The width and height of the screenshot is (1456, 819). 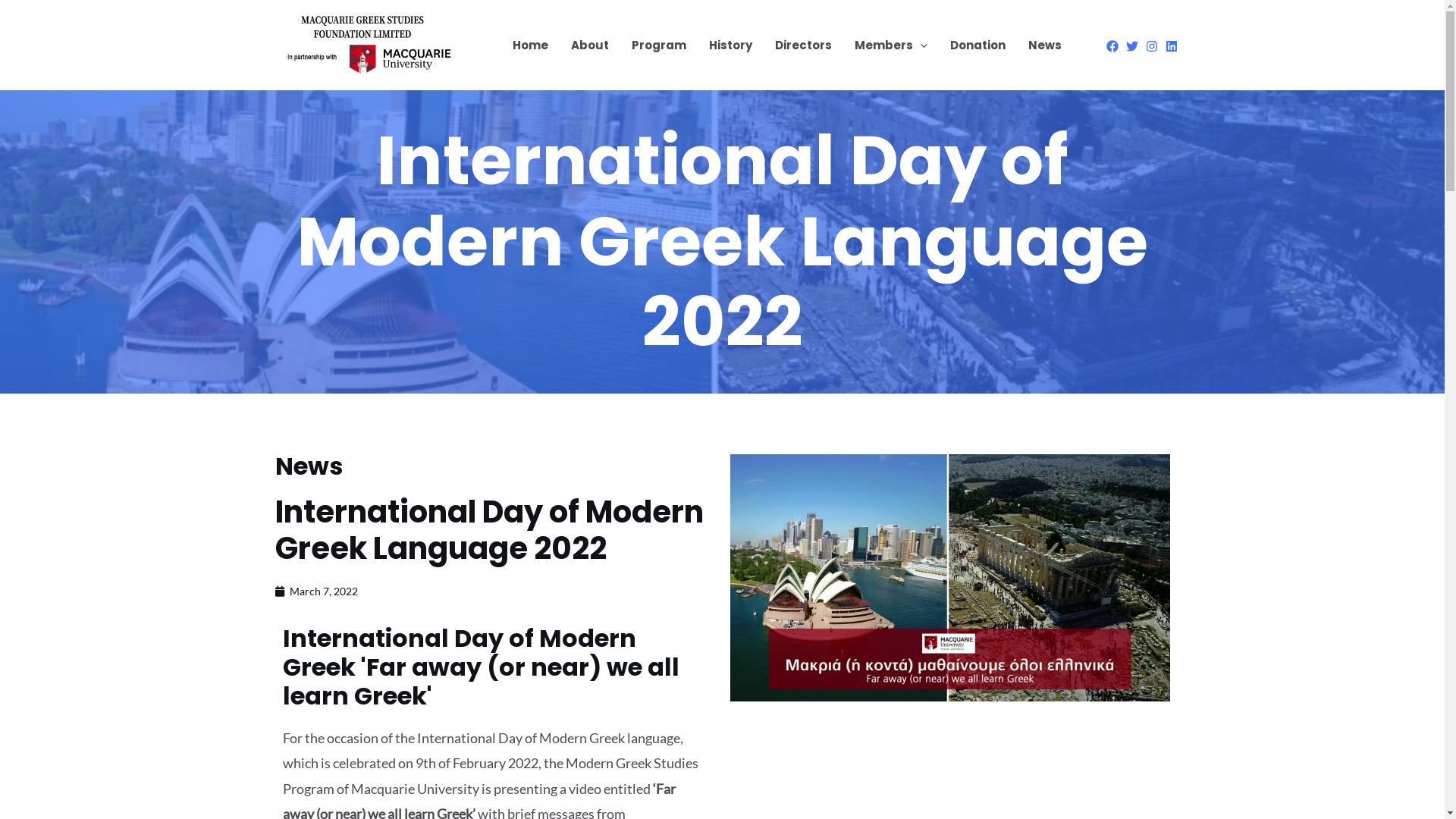 What do you see at coordinates (802, 45) in the screenshot?
I see `'Directors'` at bounding box center [802, 45].